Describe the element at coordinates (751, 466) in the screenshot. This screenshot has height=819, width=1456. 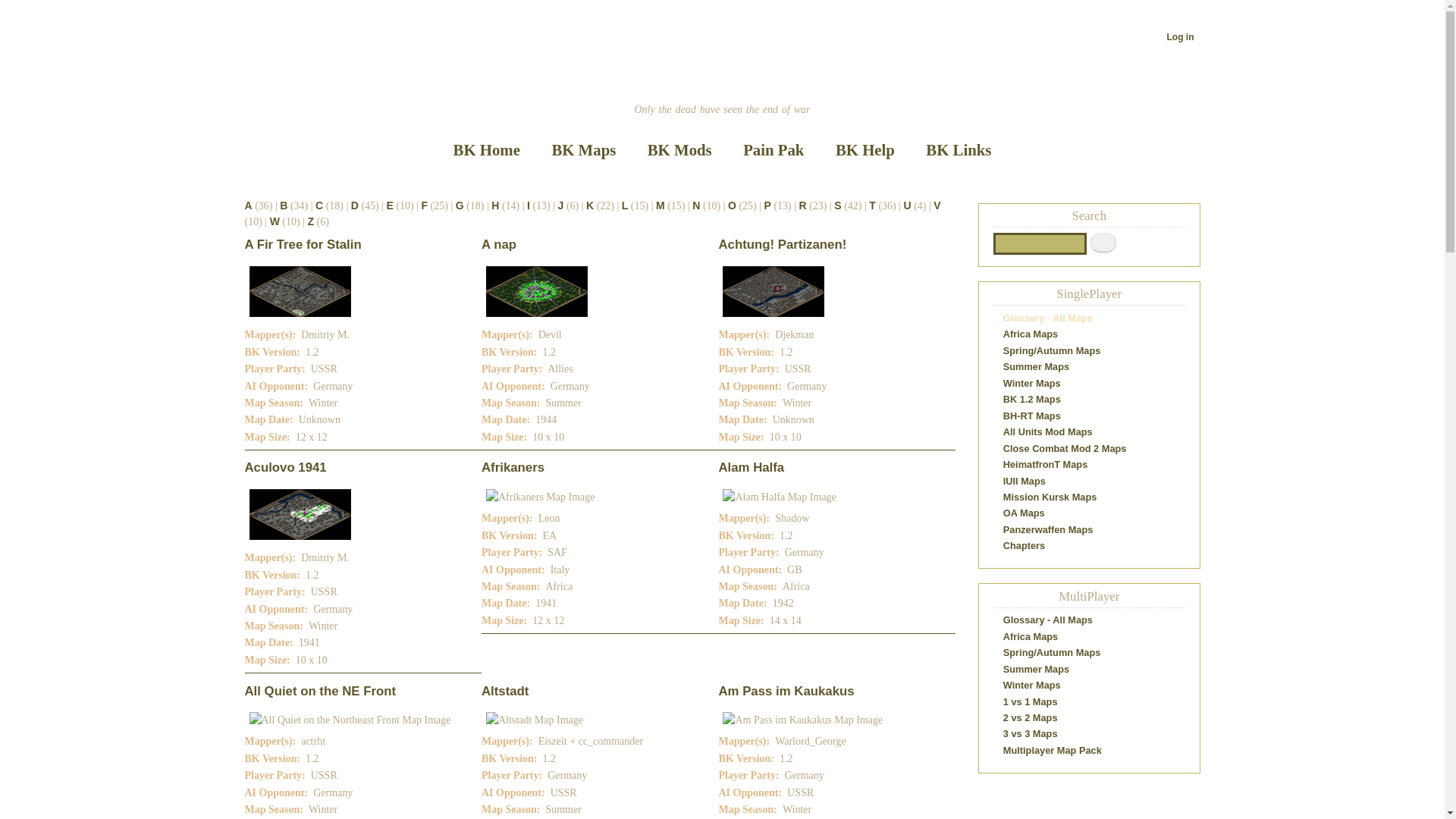
I see `'Alam Halfa'` at that location.